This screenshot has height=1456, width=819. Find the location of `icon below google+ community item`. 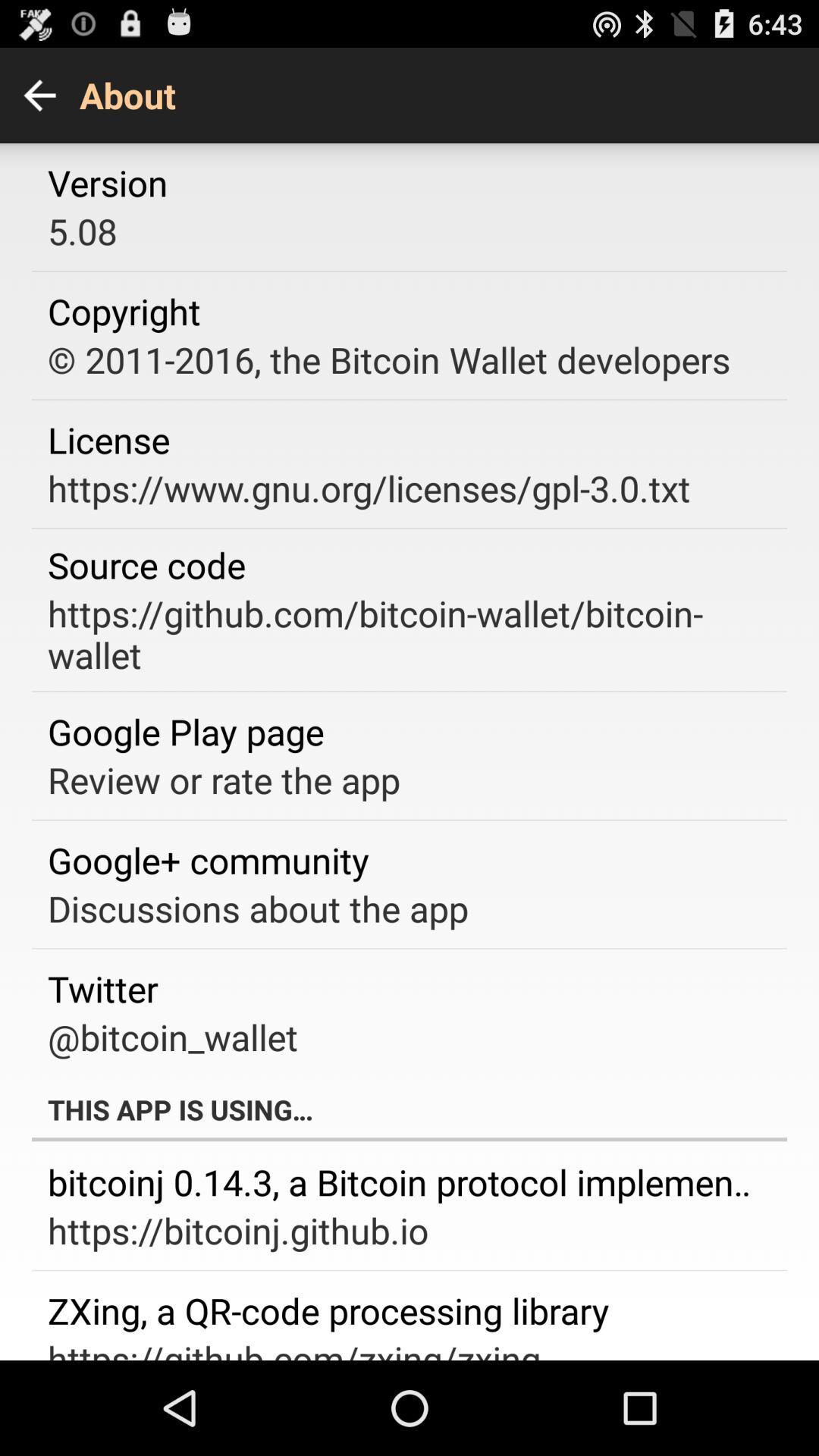

icon below google+ community item is located at coordinates (257, 908).